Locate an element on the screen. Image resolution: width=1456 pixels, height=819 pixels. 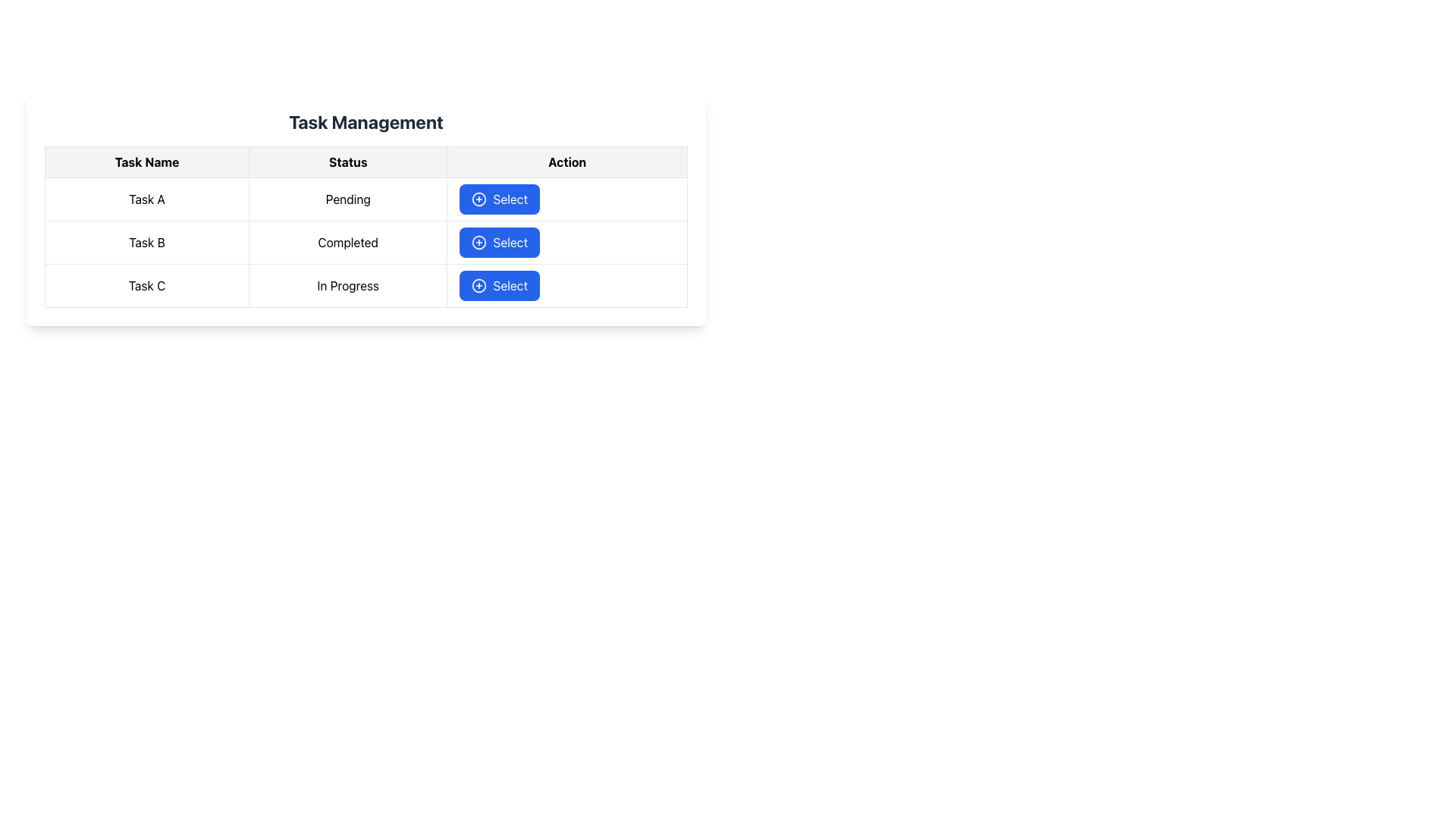
the circular SVG element located in the first row of the table under the 'Action' column, positioned to the left of the 'Select' button is located at coordinates (479, 198).